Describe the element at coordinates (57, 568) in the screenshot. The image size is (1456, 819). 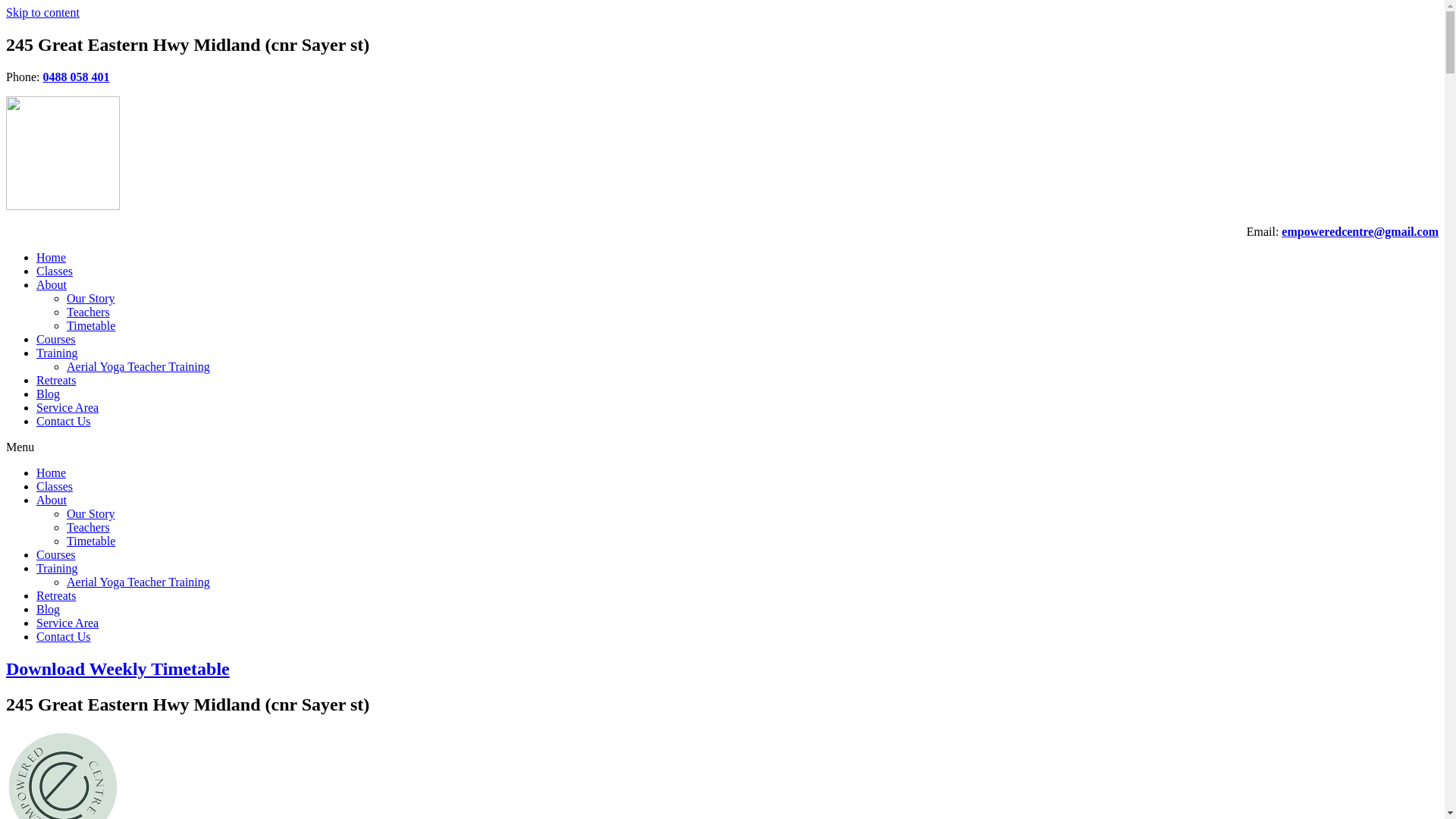
I see `'Training'` at that location.